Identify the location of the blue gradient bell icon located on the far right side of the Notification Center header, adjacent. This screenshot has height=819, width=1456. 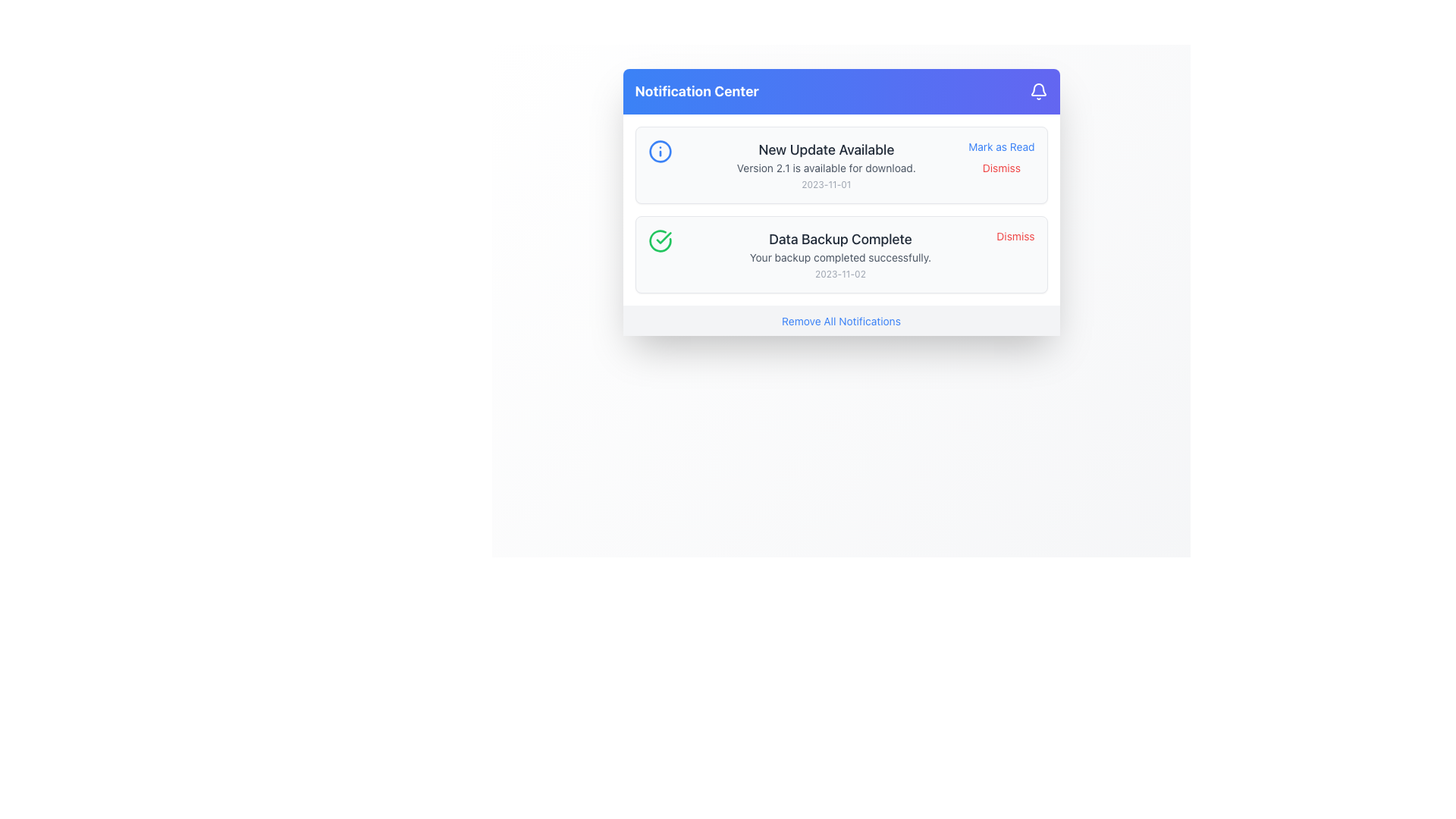
(1037, 91).